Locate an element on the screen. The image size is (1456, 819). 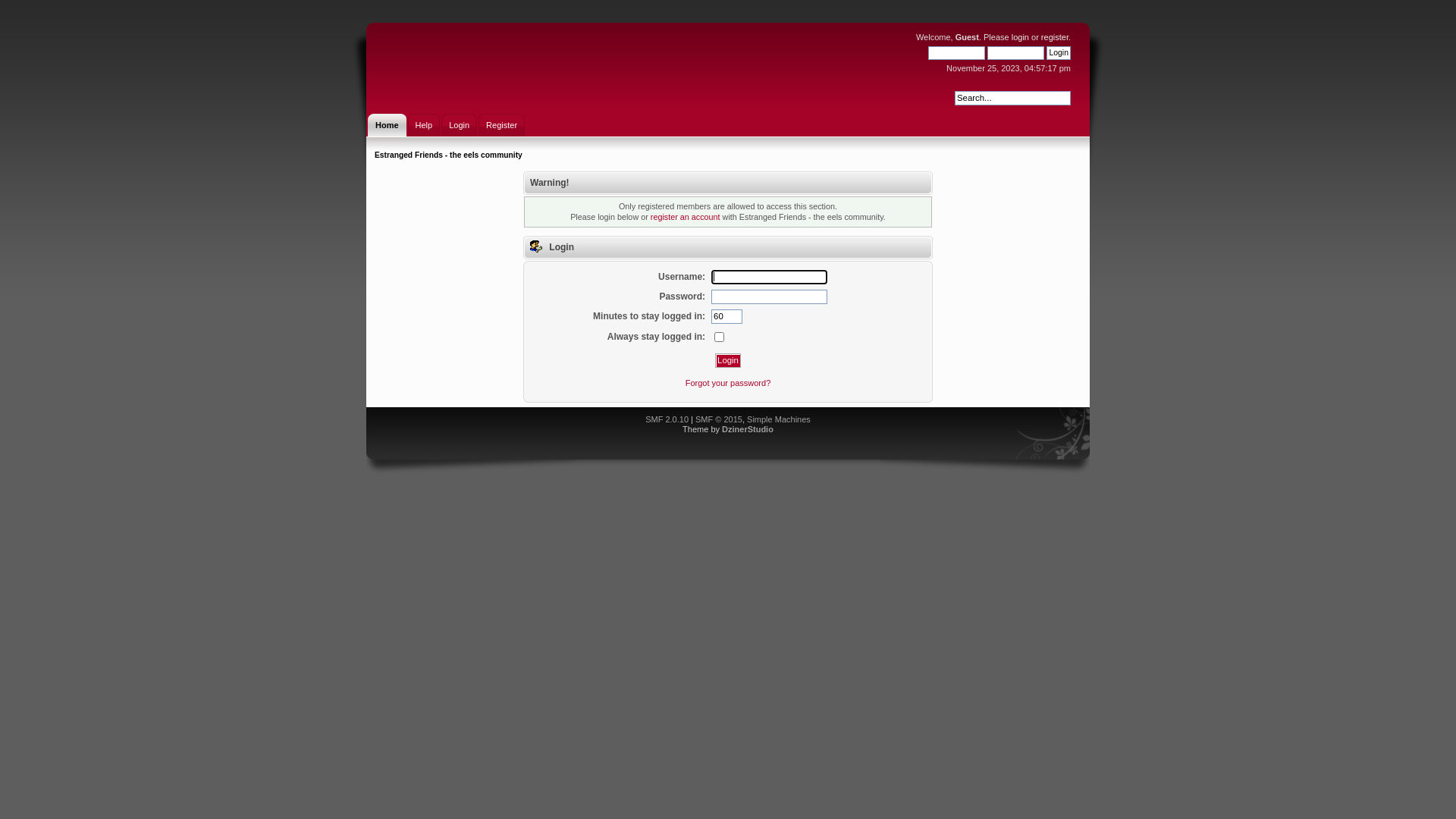
'DzinerStudio' is located at coordinates (747, 429).